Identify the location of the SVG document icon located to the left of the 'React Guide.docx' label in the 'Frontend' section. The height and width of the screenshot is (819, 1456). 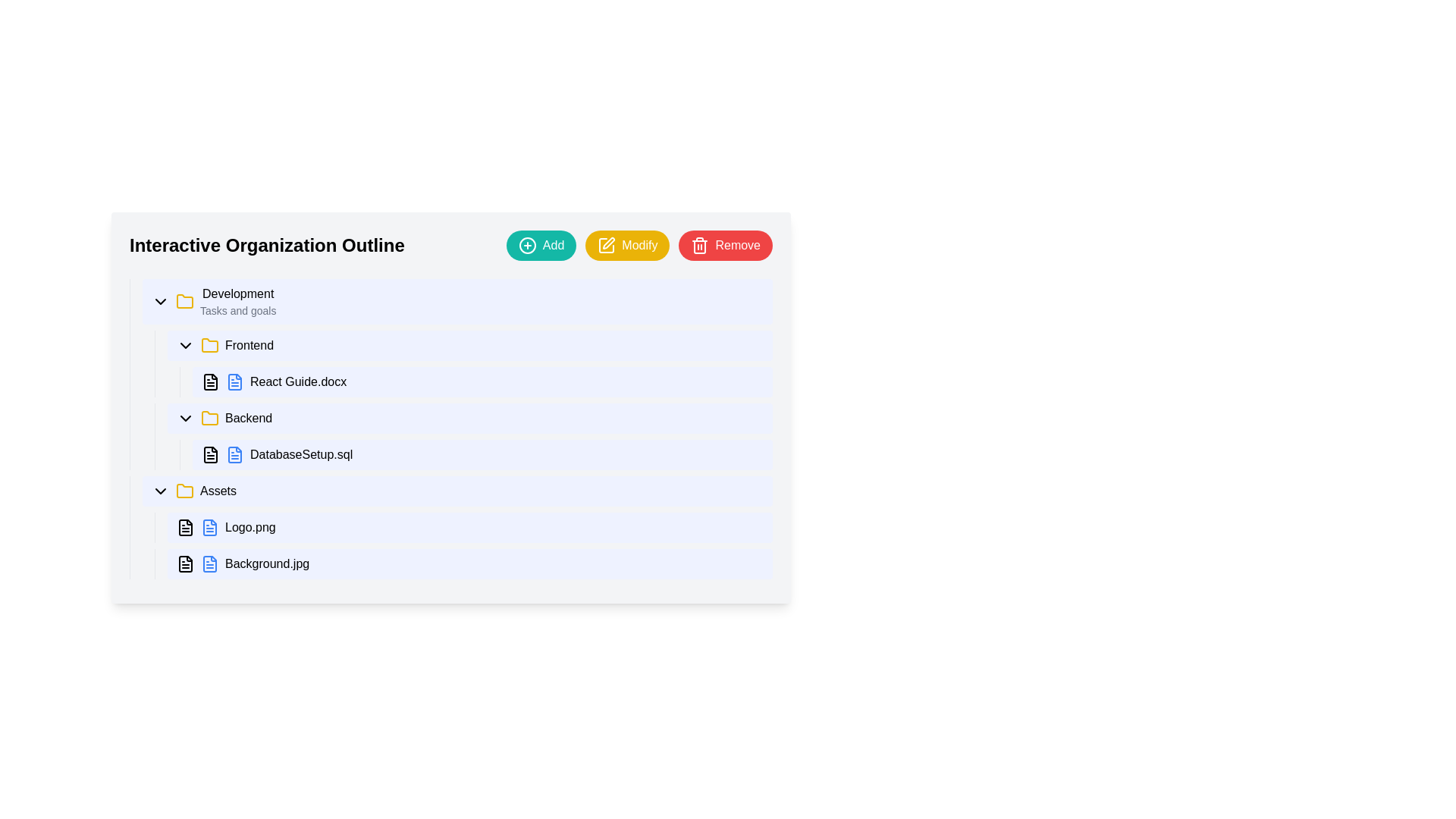
(210, 381).